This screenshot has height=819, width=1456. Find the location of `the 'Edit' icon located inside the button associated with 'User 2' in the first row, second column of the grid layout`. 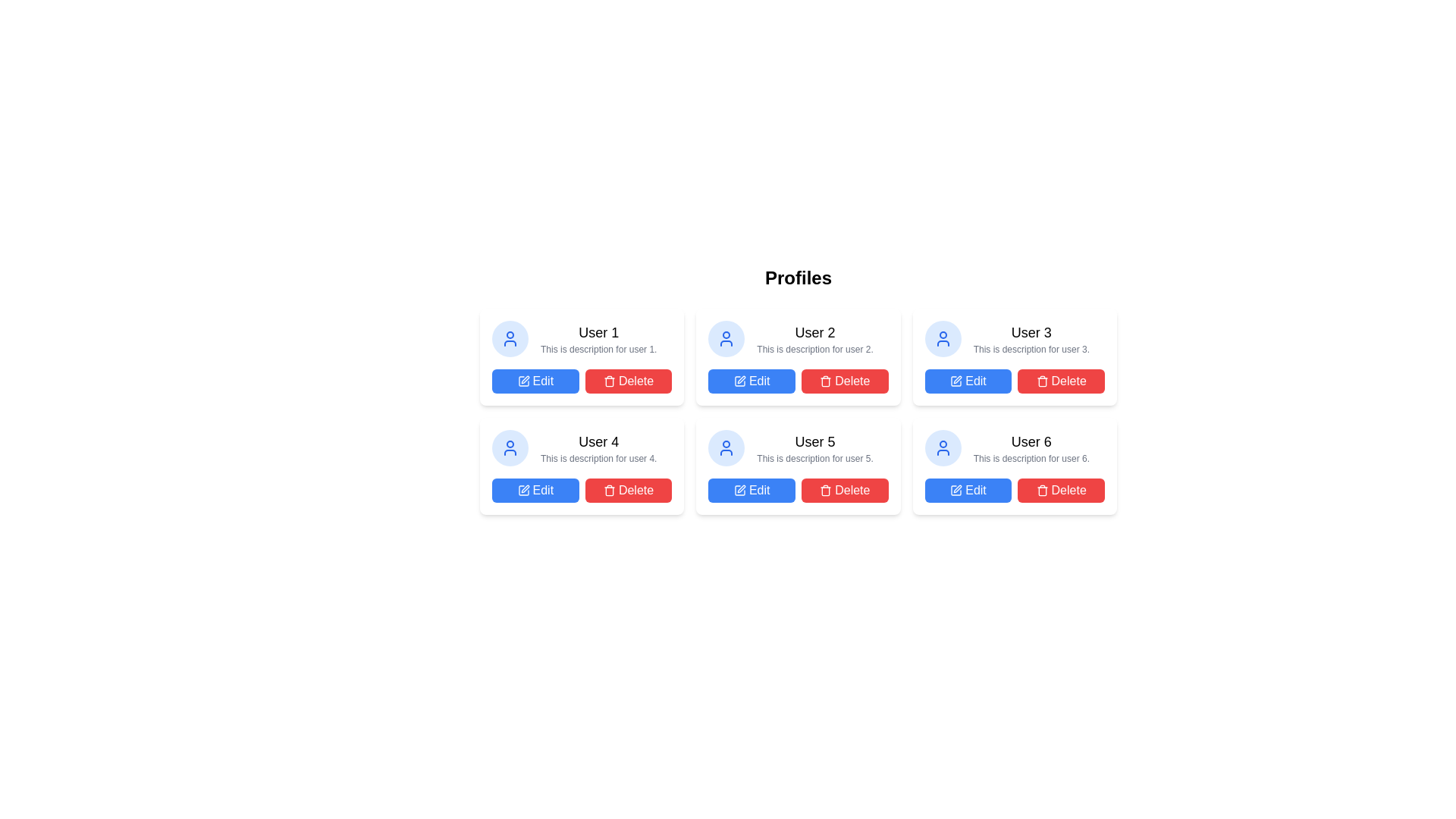

the 'Edit' icon located inside the button associated with 'User 2' in the first row, second column of the grid layout is located at coordinates (739, 380).